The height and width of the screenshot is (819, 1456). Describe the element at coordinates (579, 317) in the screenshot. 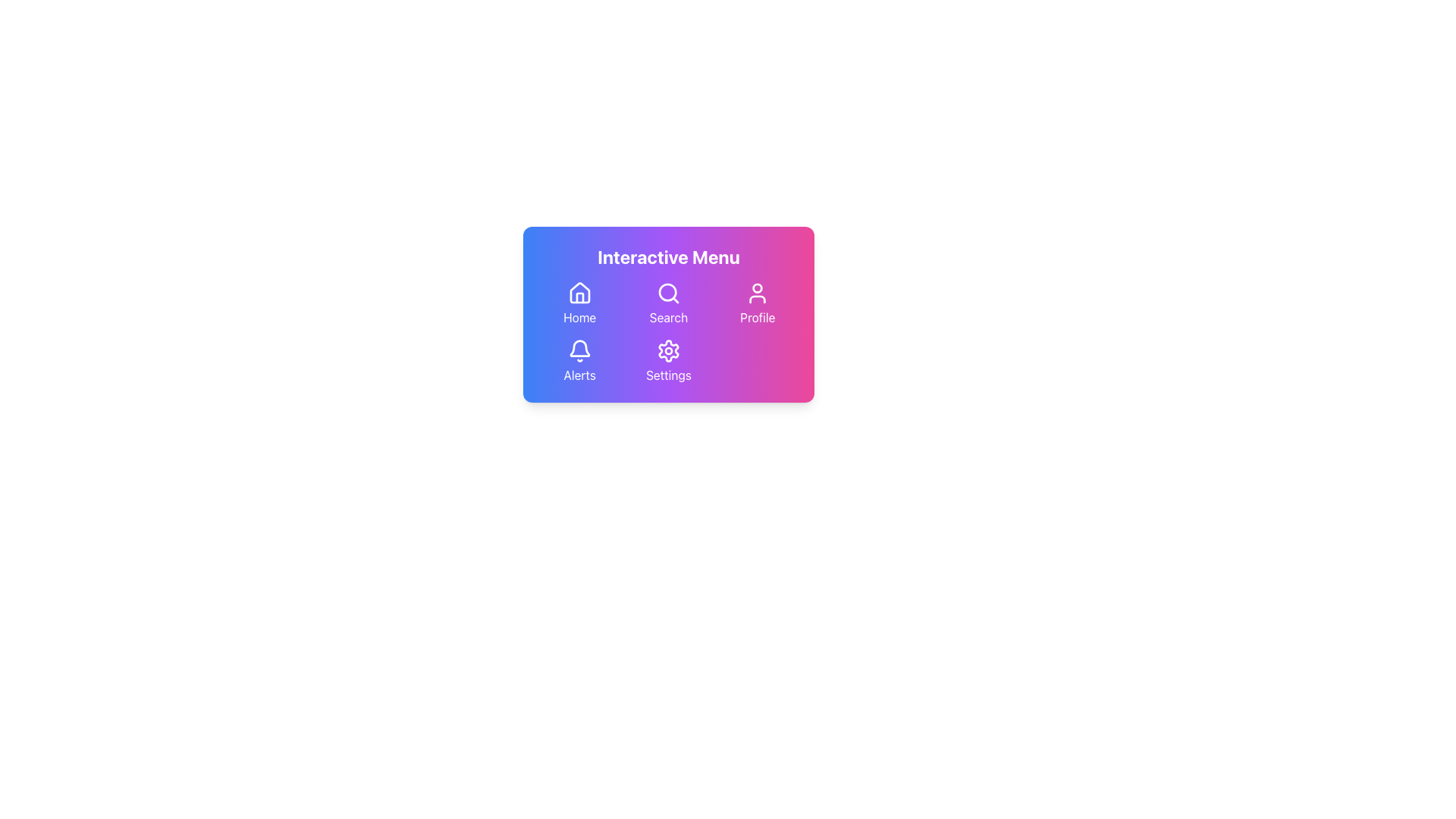

I see `the 'Home' text label in the interactive menu panel, located under the 'Home' icon` at that location.